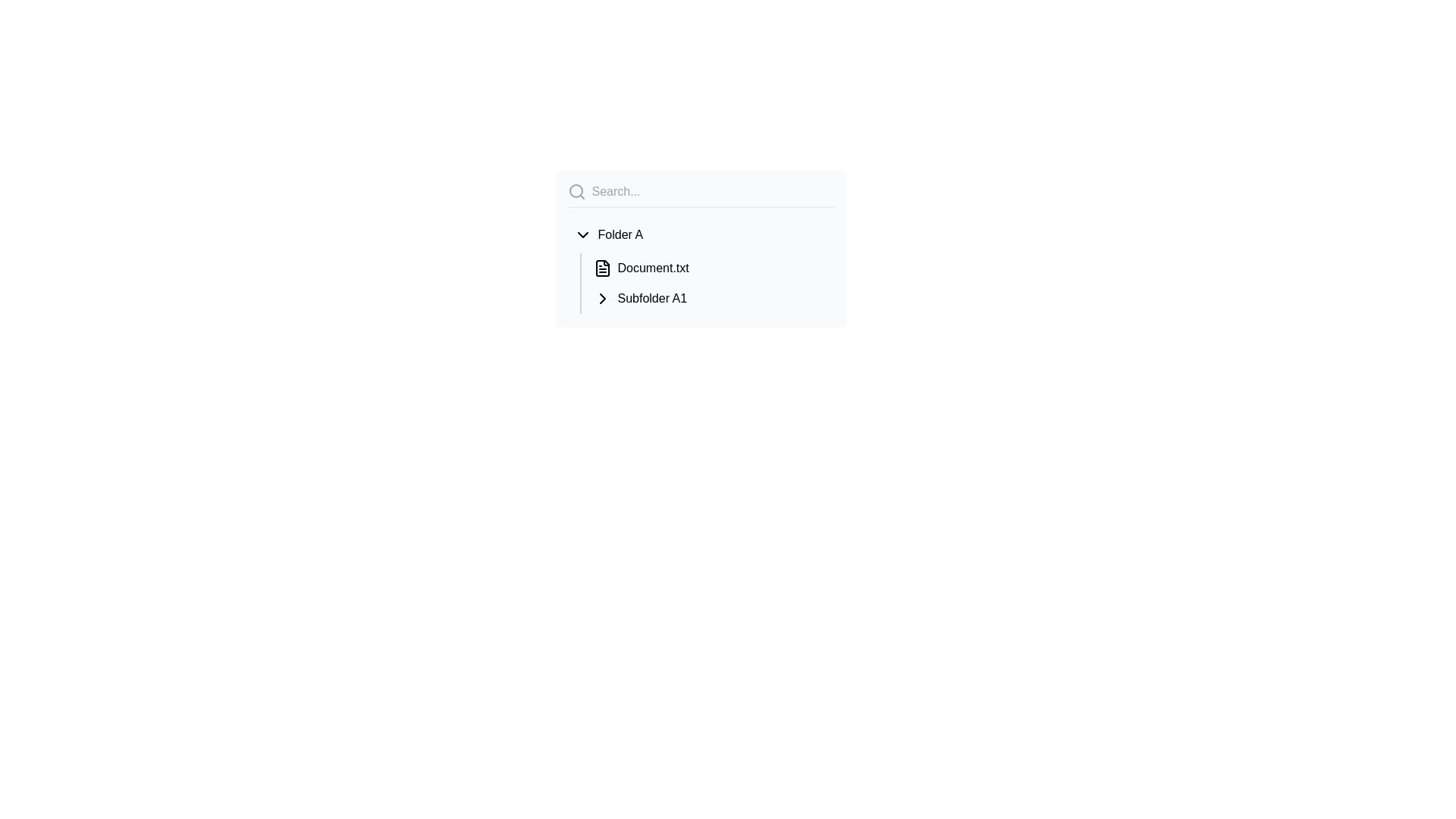 This screenshot has height=819, width=1456. I want to click on the SVG circle component that represents the lens of the search magnifying glass icon, located at the top left corner of the search input field, so click(575, 190).